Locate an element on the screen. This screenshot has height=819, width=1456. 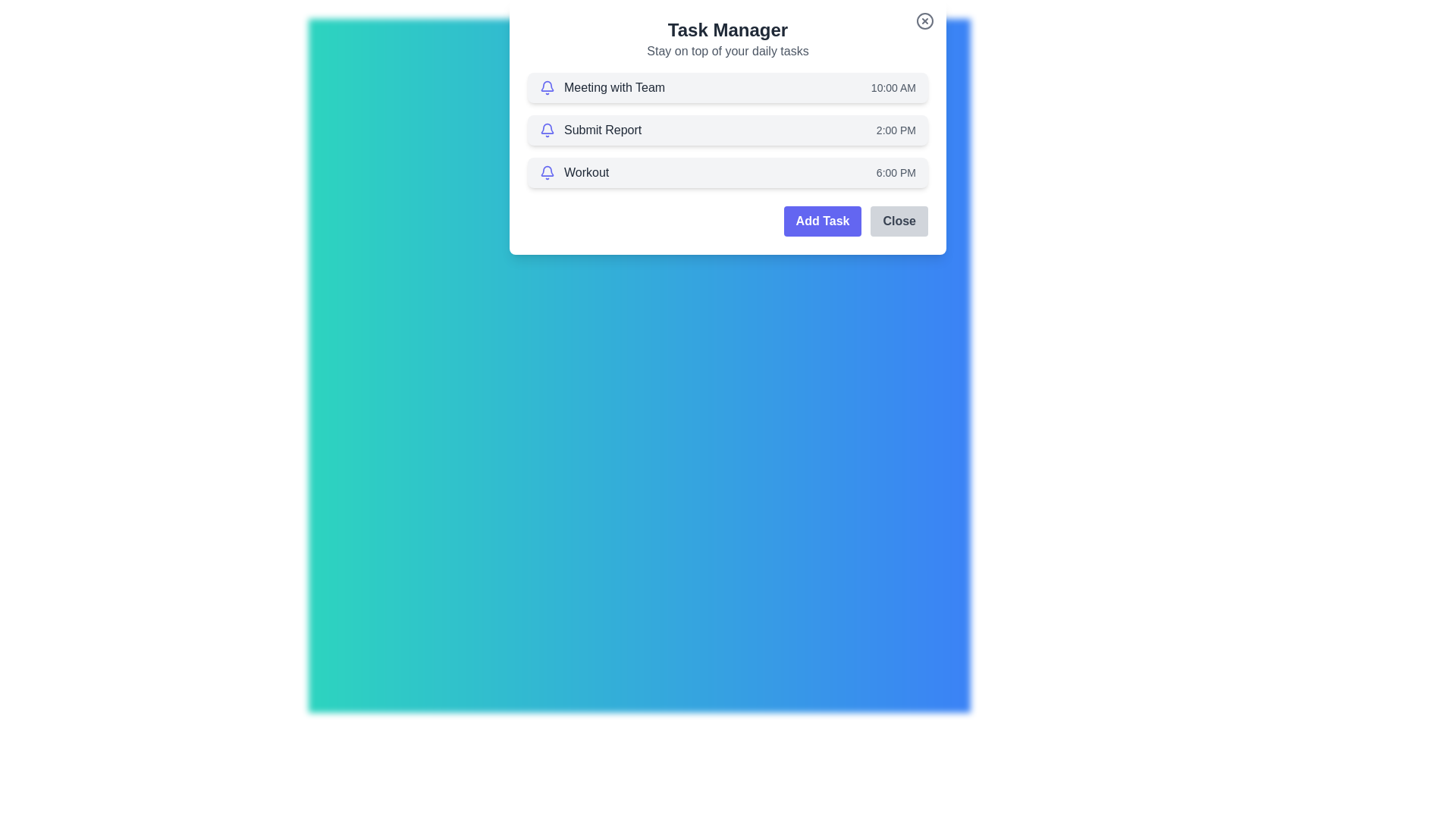
the task entry labeled 'Submit Report' is located at coordinates (590, 130).